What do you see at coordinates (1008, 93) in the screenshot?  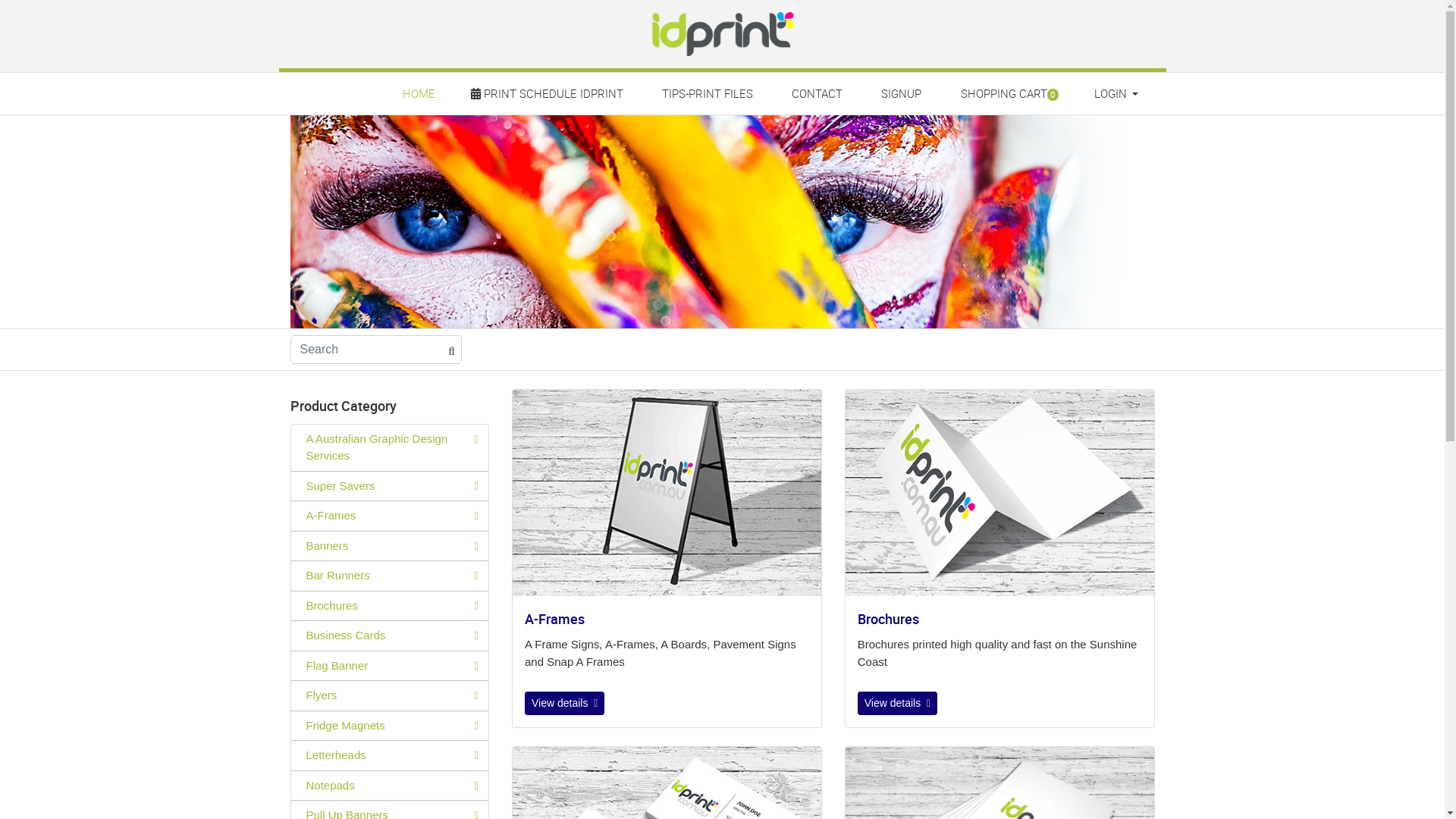 I see `'SHOPPING CART0'` at bounding box center [1008, 93].